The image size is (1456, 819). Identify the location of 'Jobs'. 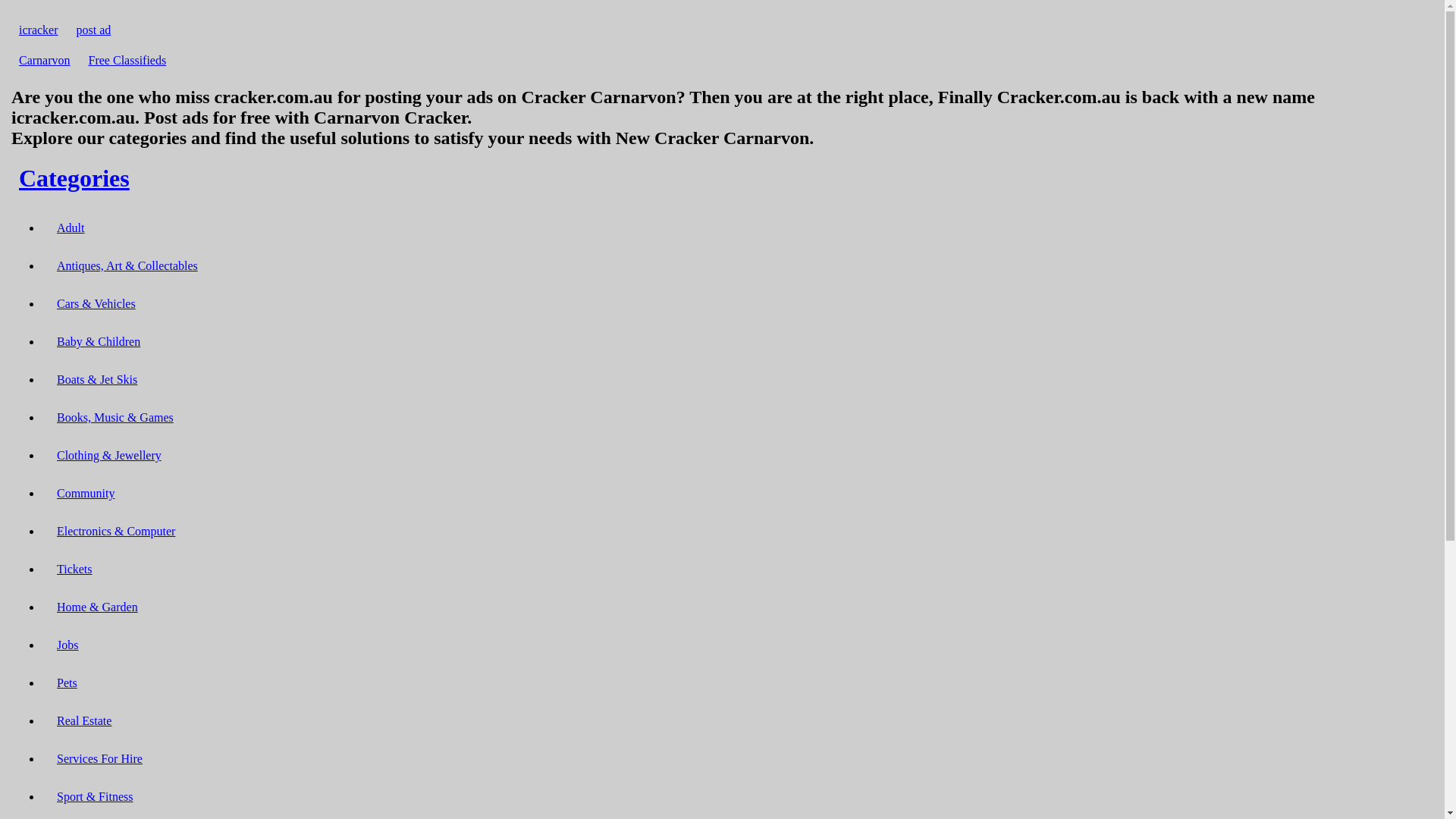
(67, 645).